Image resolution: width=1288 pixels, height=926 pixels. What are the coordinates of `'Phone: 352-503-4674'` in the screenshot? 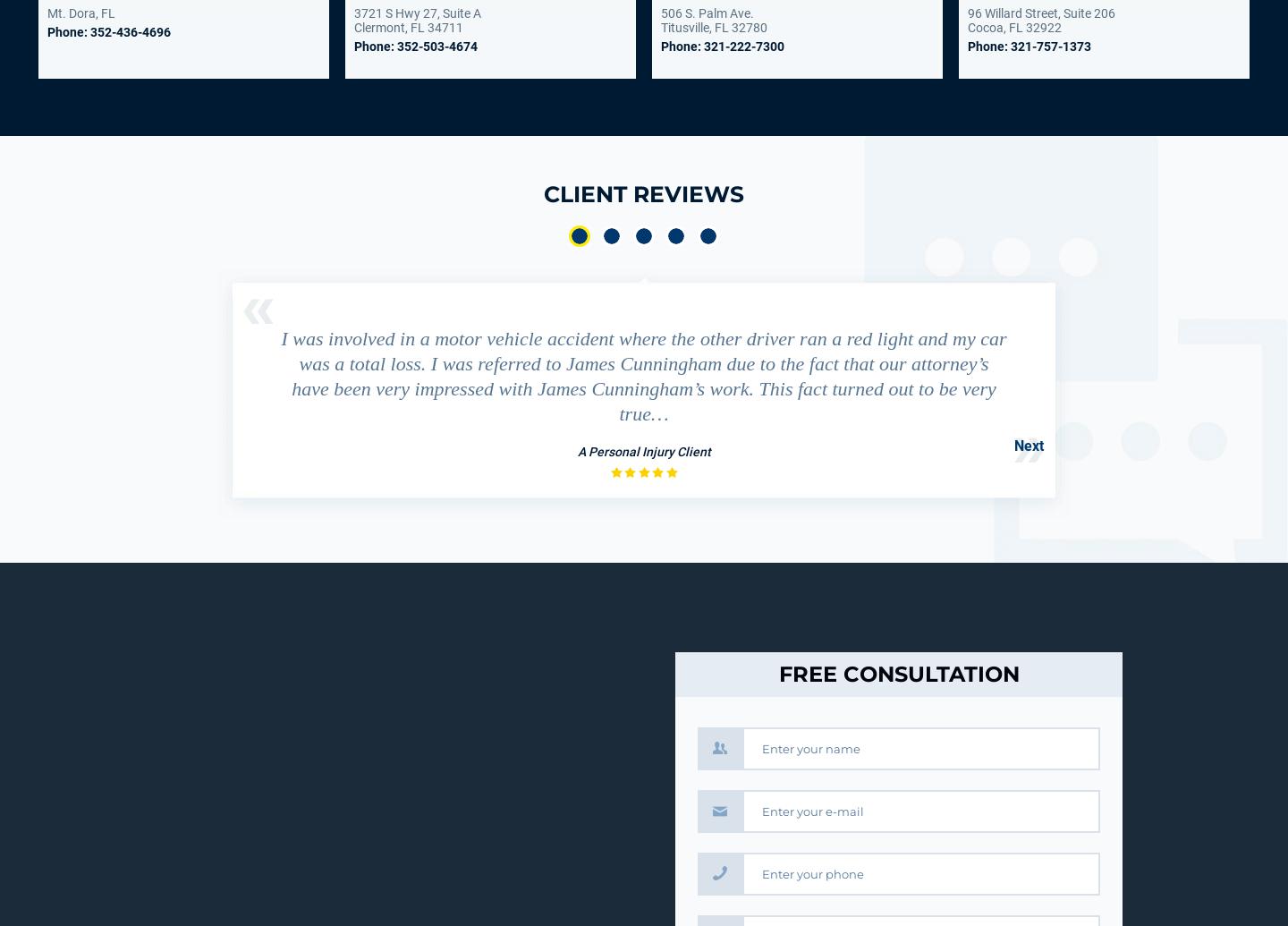 It's located at (415, 46).